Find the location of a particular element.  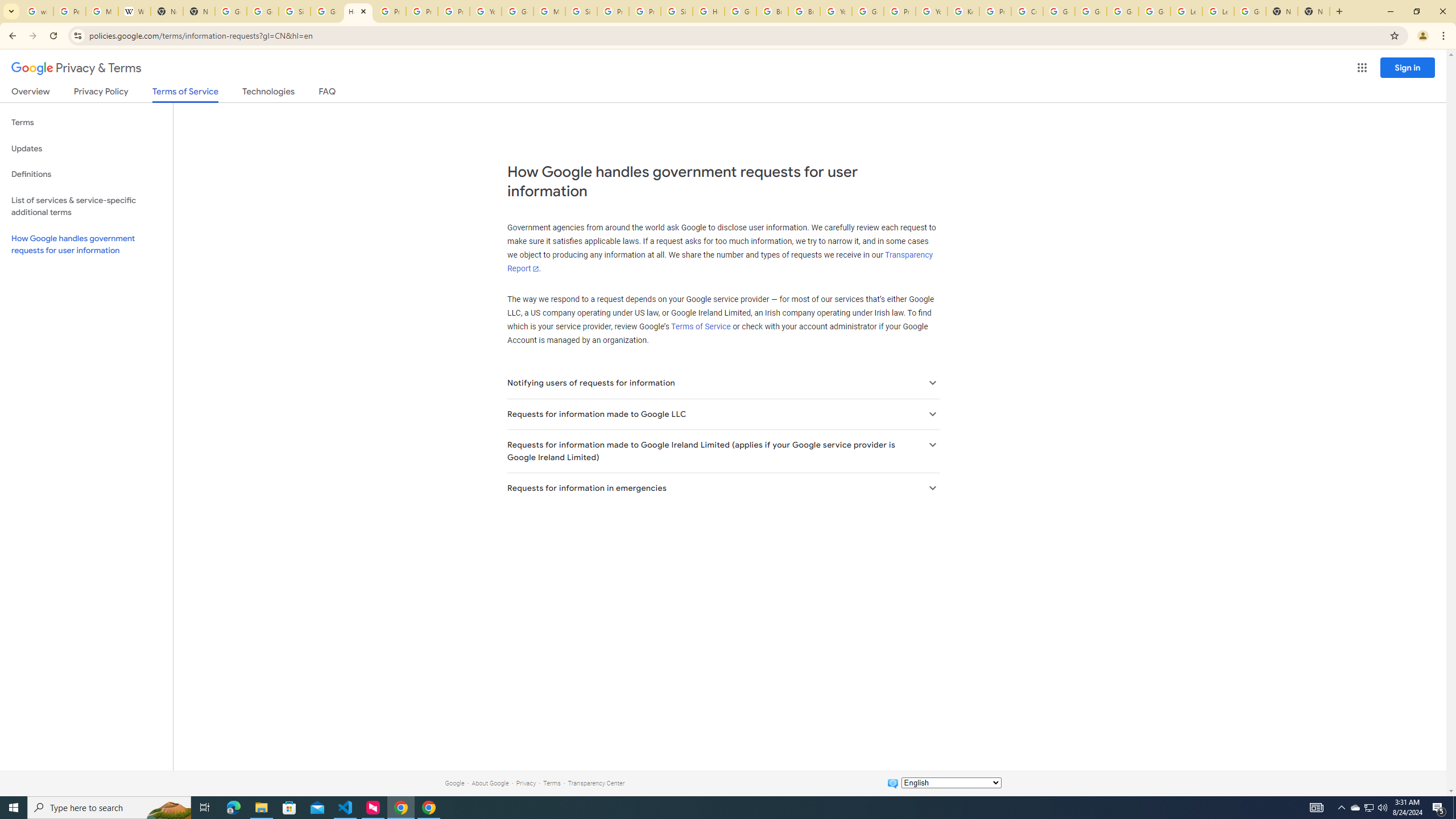

'List of services & service-specific additional terms' is located at coordinates (86, 205).